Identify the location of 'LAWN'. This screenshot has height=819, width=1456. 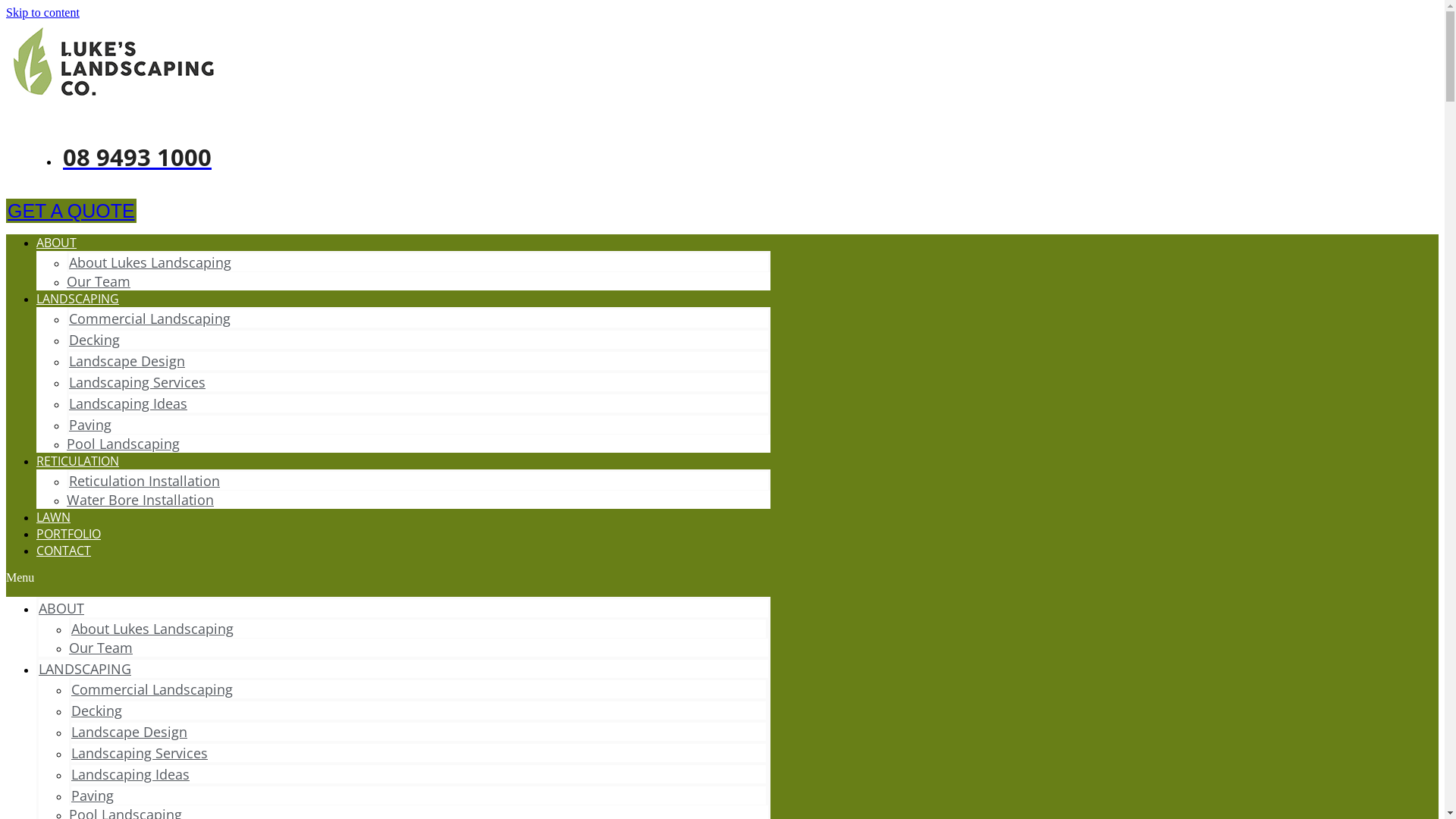
(53, 516).